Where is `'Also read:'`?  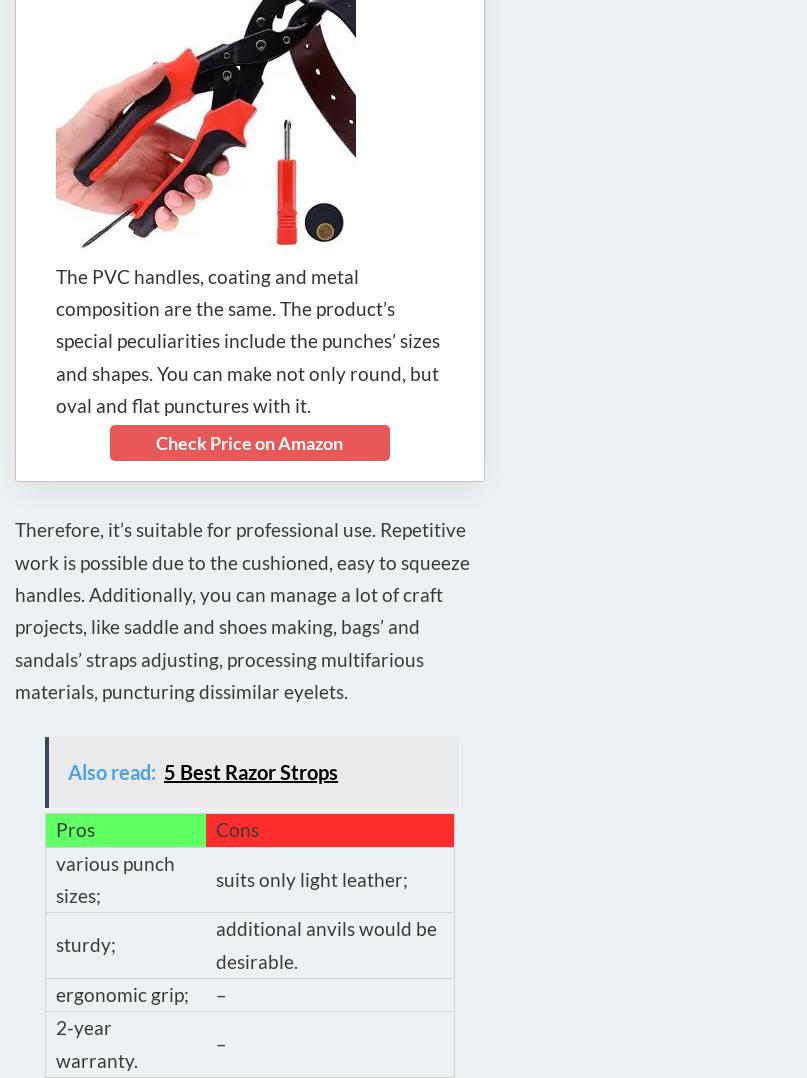
'Also read:' is located at coordinates (111, 770).